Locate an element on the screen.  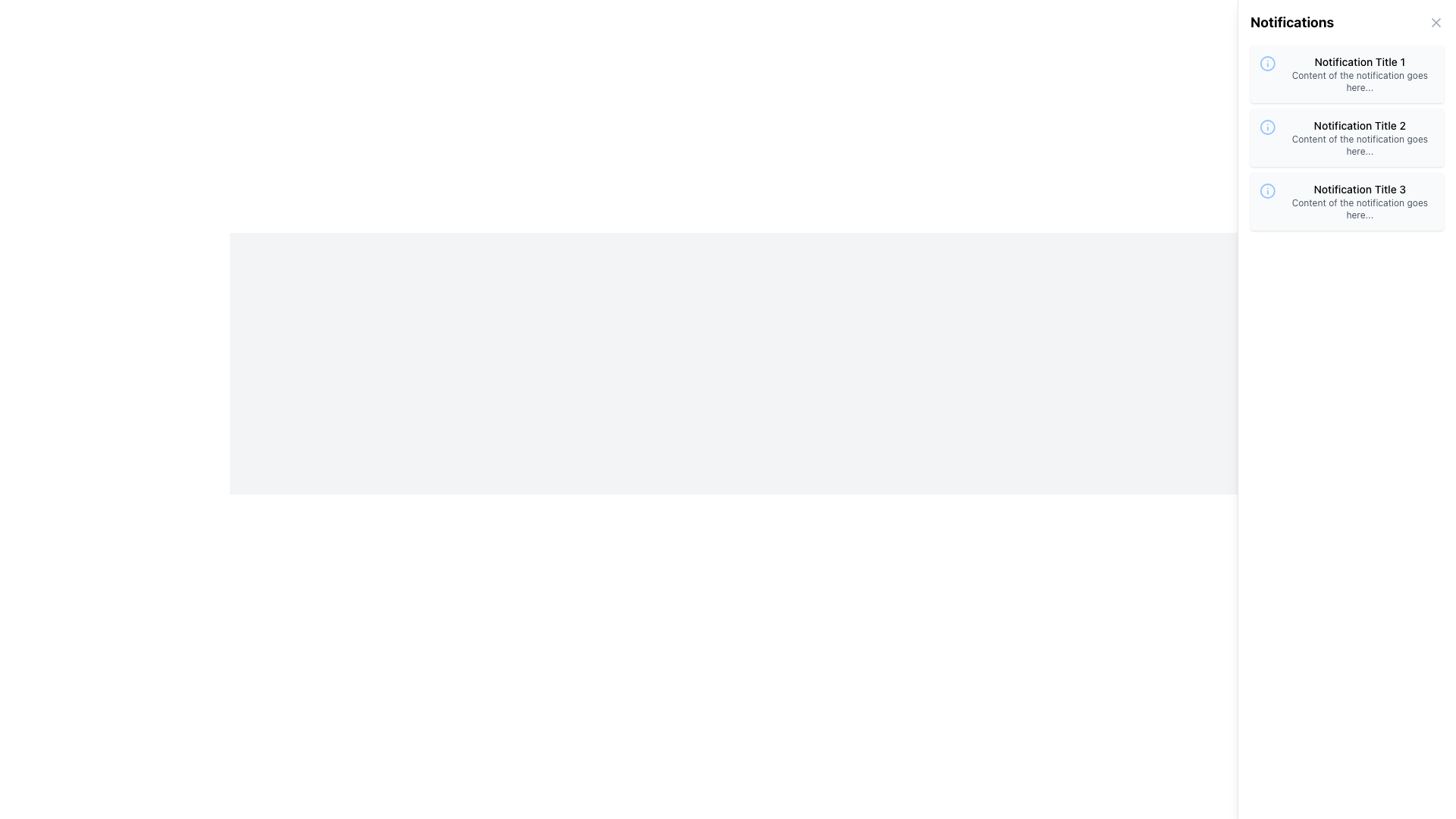
the circular blue outlined information icon located to the left of the 'Notification Title 3' text in the third notification item of the notification panel is located at coordinates (1267, 190).